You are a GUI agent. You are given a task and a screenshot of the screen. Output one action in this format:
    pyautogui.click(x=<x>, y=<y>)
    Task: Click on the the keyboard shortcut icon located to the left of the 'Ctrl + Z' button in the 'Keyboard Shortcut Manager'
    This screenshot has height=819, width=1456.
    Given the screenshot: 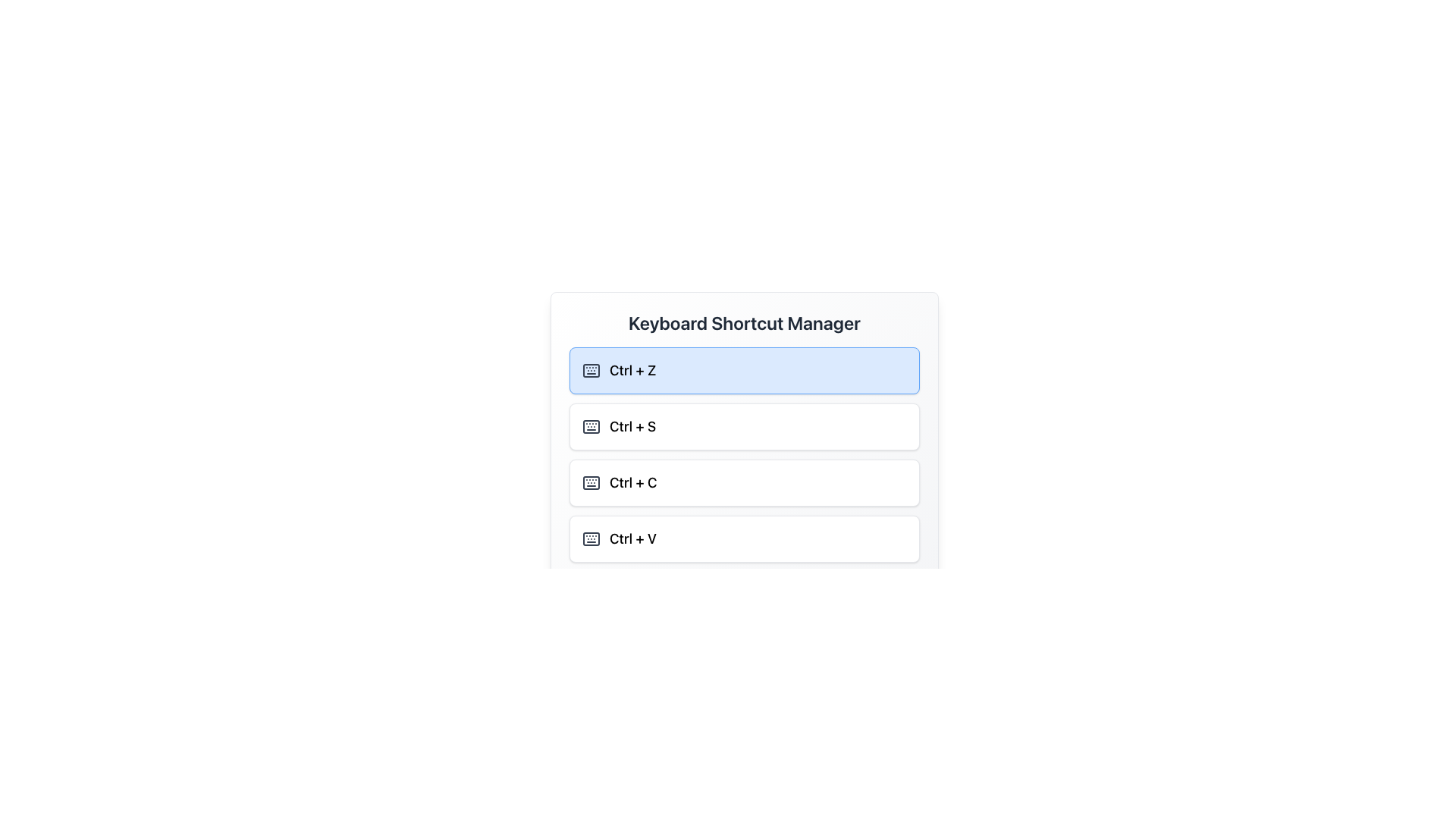 What is the action you would take?
    pyautogui.click(x=590, y=371)
    